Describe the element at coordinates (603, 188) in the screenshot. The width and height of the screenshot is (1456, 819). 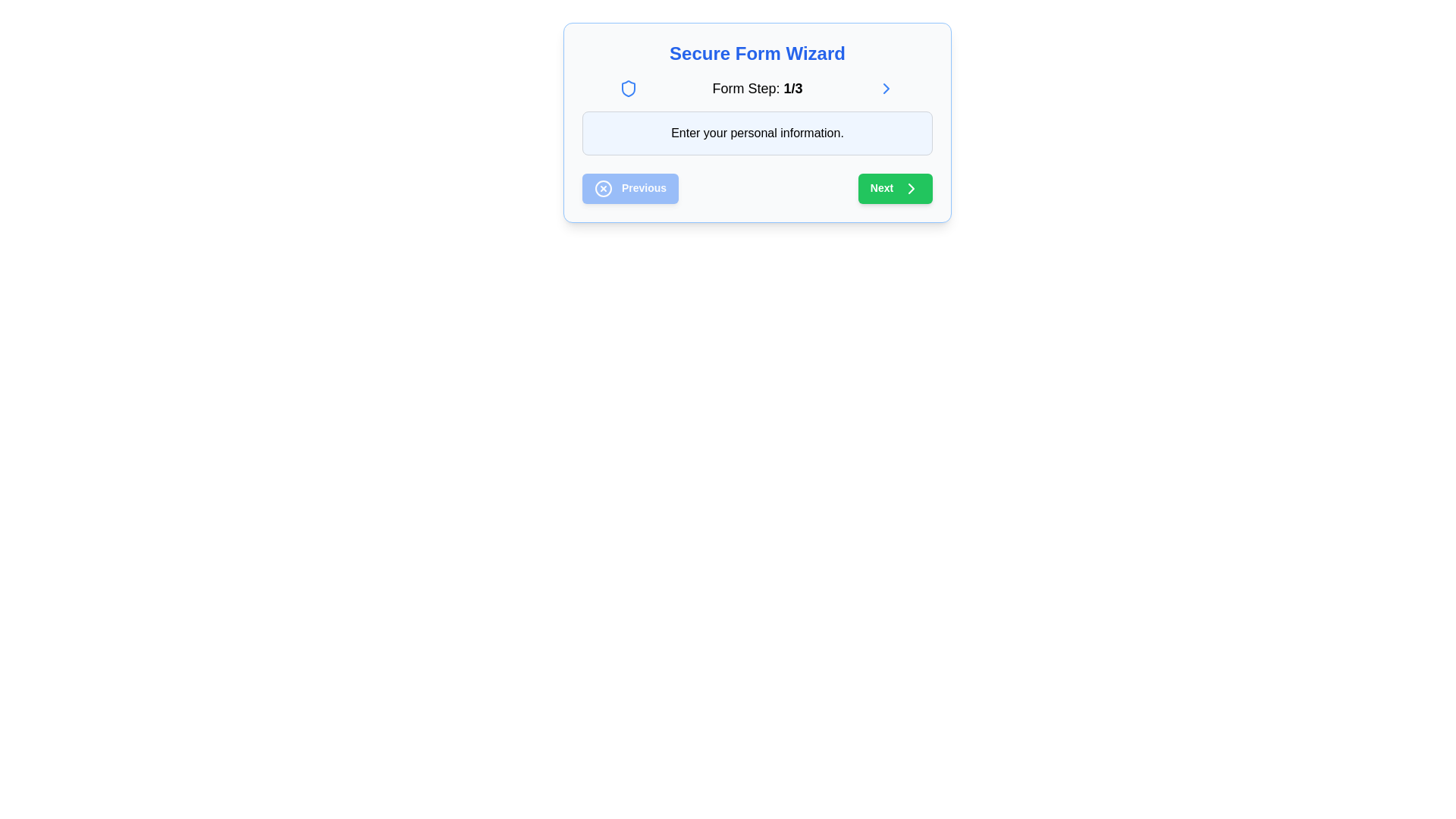
I see `the decorative 'cancel' icon located to the far left within the 'Previous' button, which has a blue background and white text` at that location.